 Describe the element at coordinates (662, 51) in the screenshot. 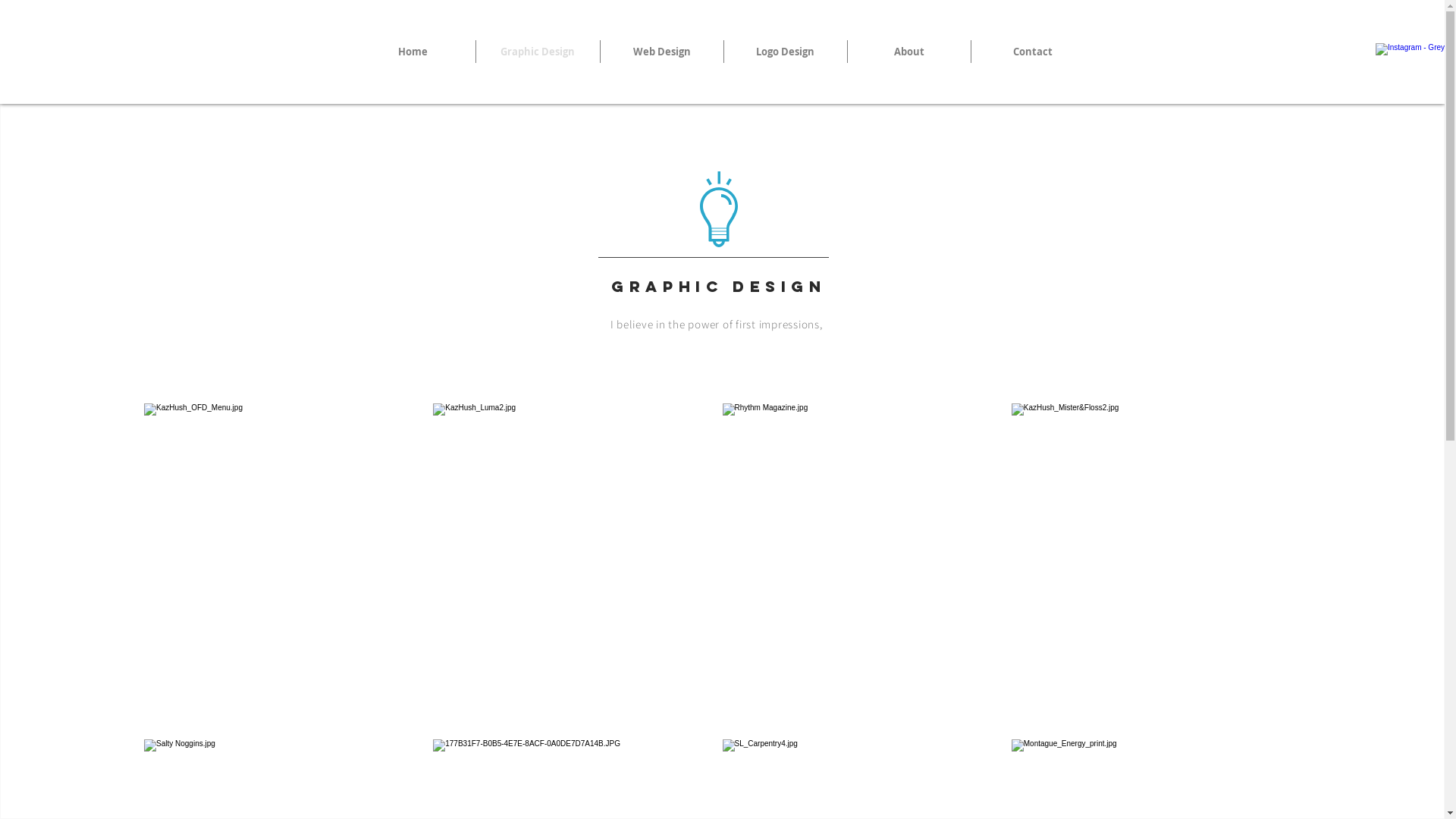

I see `'Web Design'` at that location.